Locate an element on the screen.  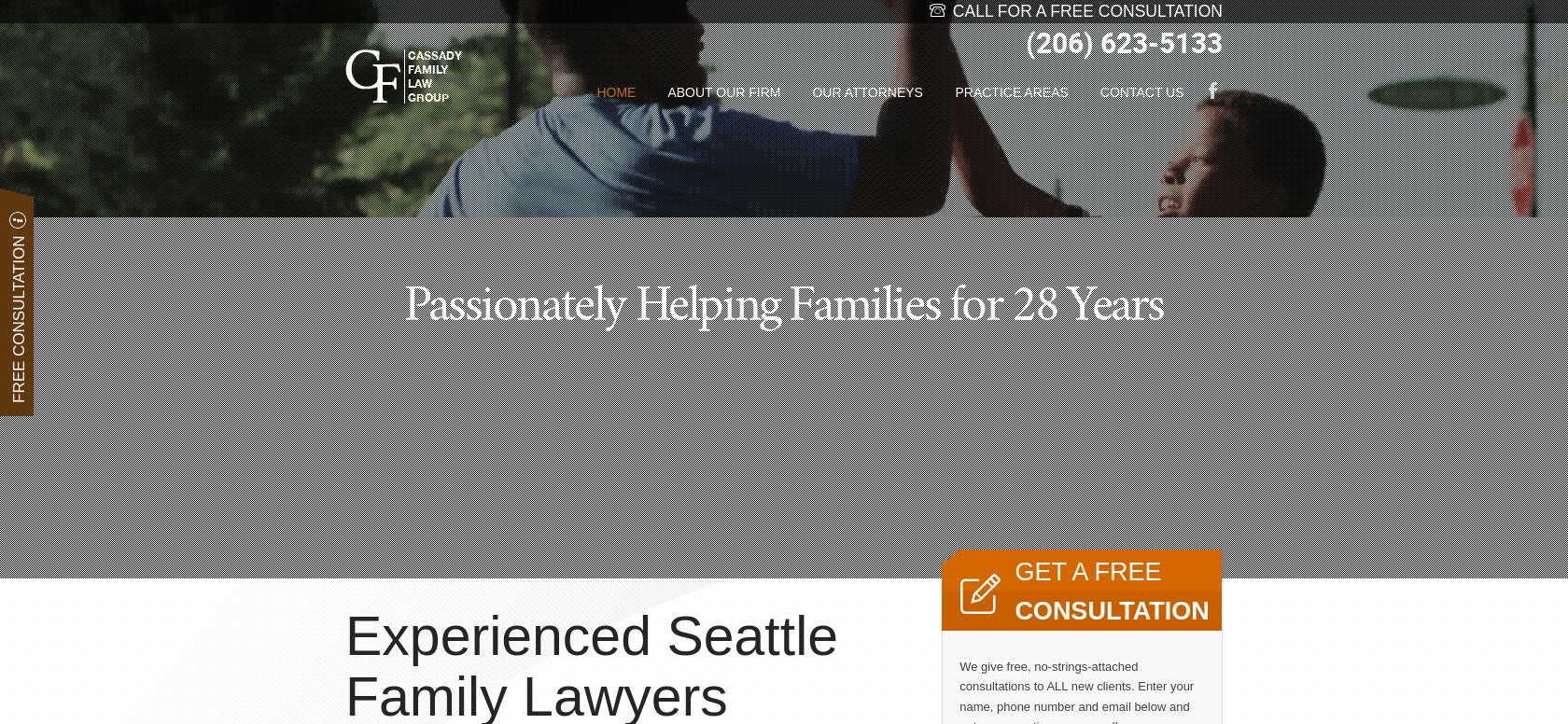
'Passionately Helping Families for 28 Years' is located at coordinates (783, 303).